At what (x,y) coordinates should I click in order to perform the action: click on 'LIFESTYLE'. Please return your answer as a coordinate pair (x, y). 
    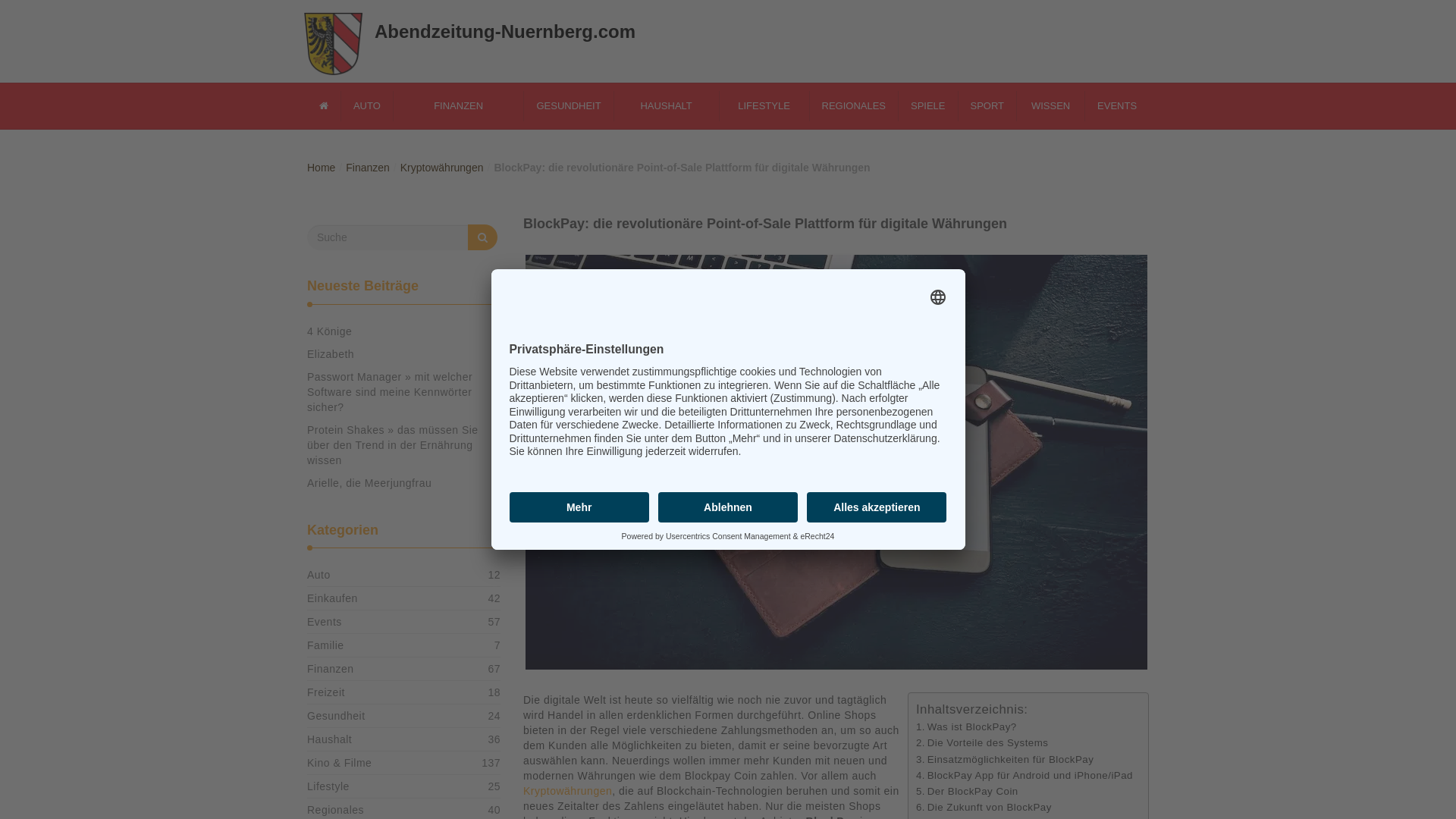
    Looking at the image, I should click on (758, 105).